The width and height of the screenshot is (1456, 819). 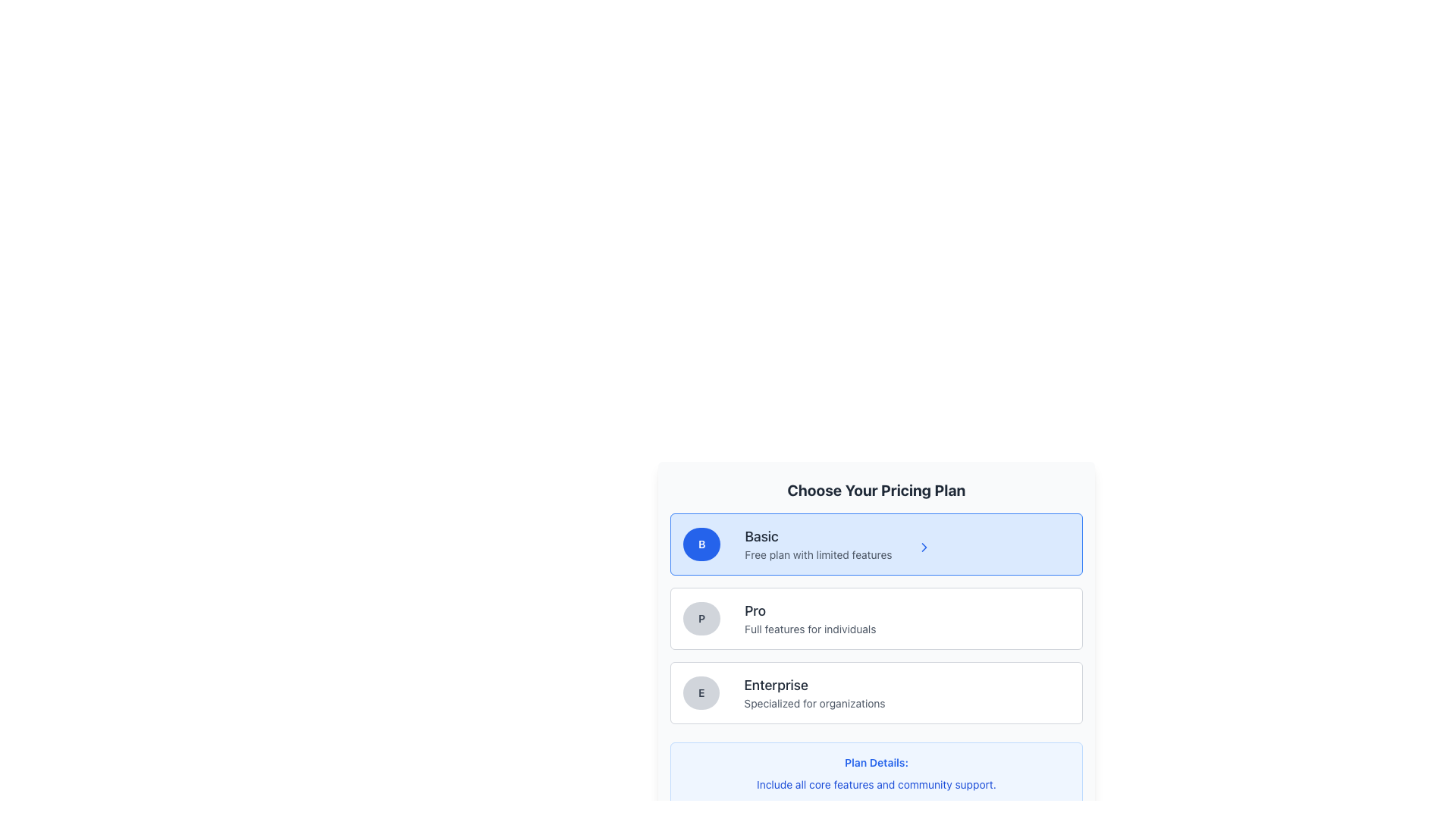 I want to click on the 'Enterprise' pricing plan label in the Descriptive Text Section, so click(x=814, y=693).